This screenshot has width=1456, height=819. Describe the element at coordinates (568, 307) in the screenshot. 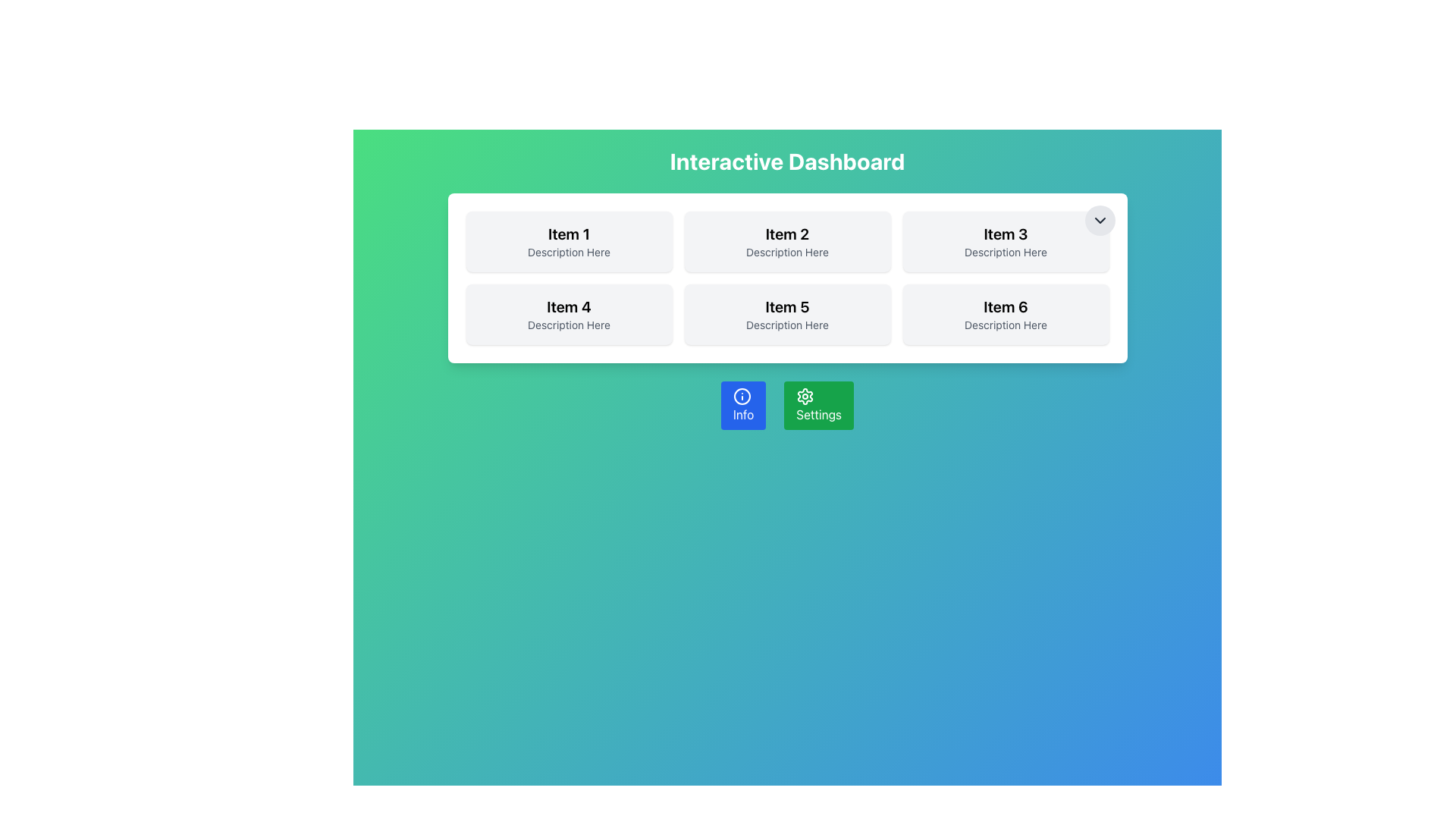

I see `the Text Label that serves as a header or title for the content related to 'Item 4', located in the bottom-left quadrant of a grid layout` at that location.